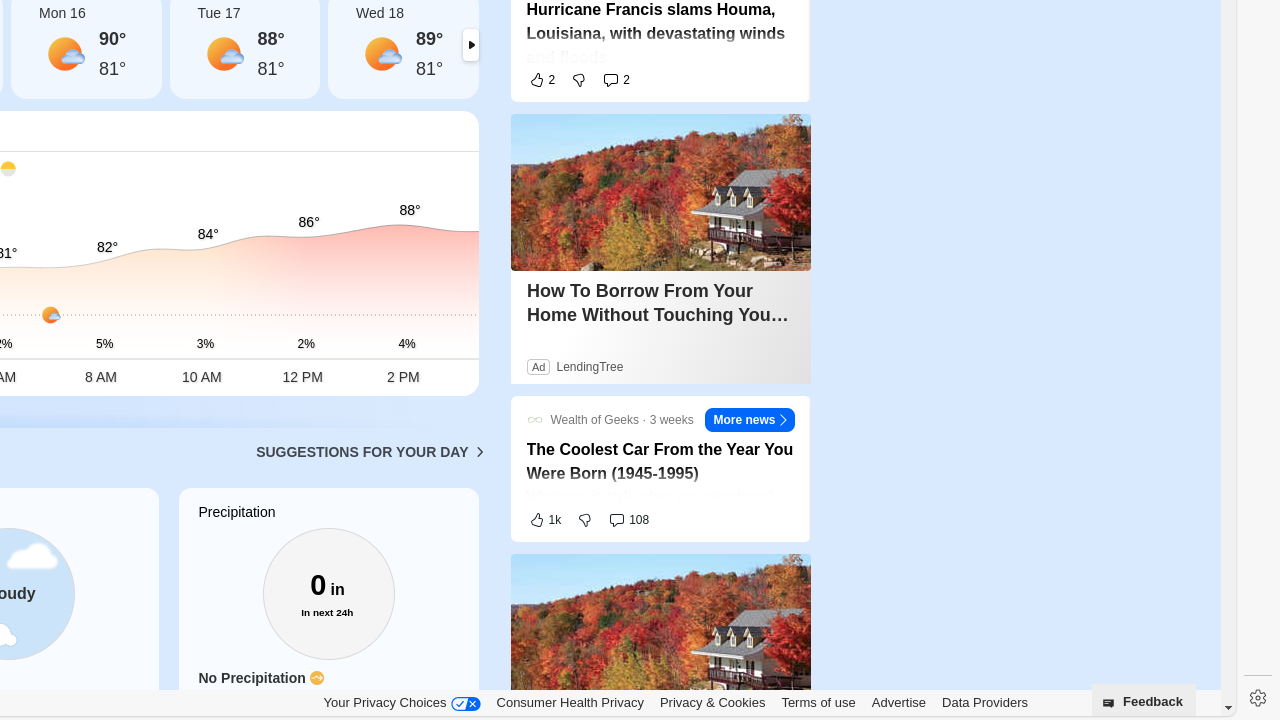 The image size is (1280, 720). Describe the element at coordinates (1143, 698) in the screenshot. I see `'Feedback'` at that location.